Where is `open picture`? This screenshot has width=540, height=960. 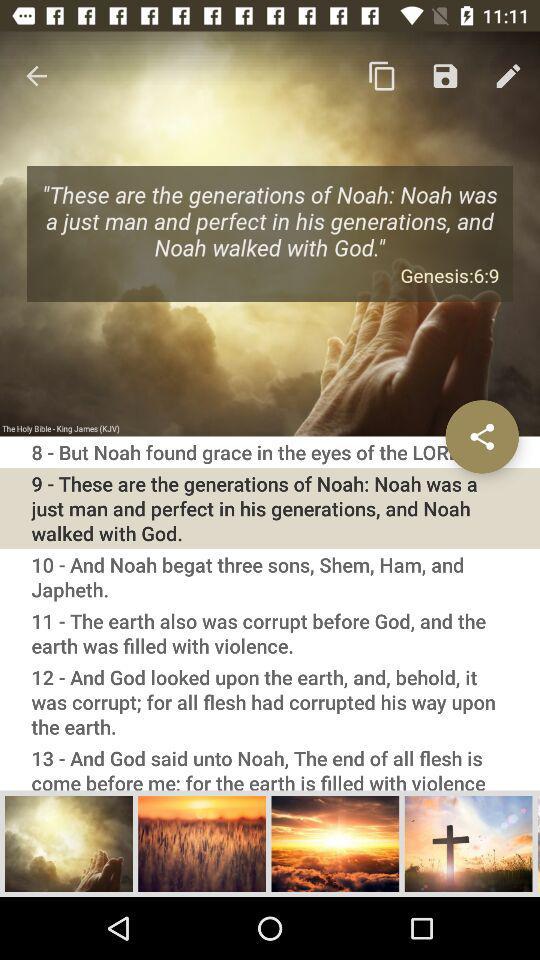
open picture is located at coordinates (468, 842).